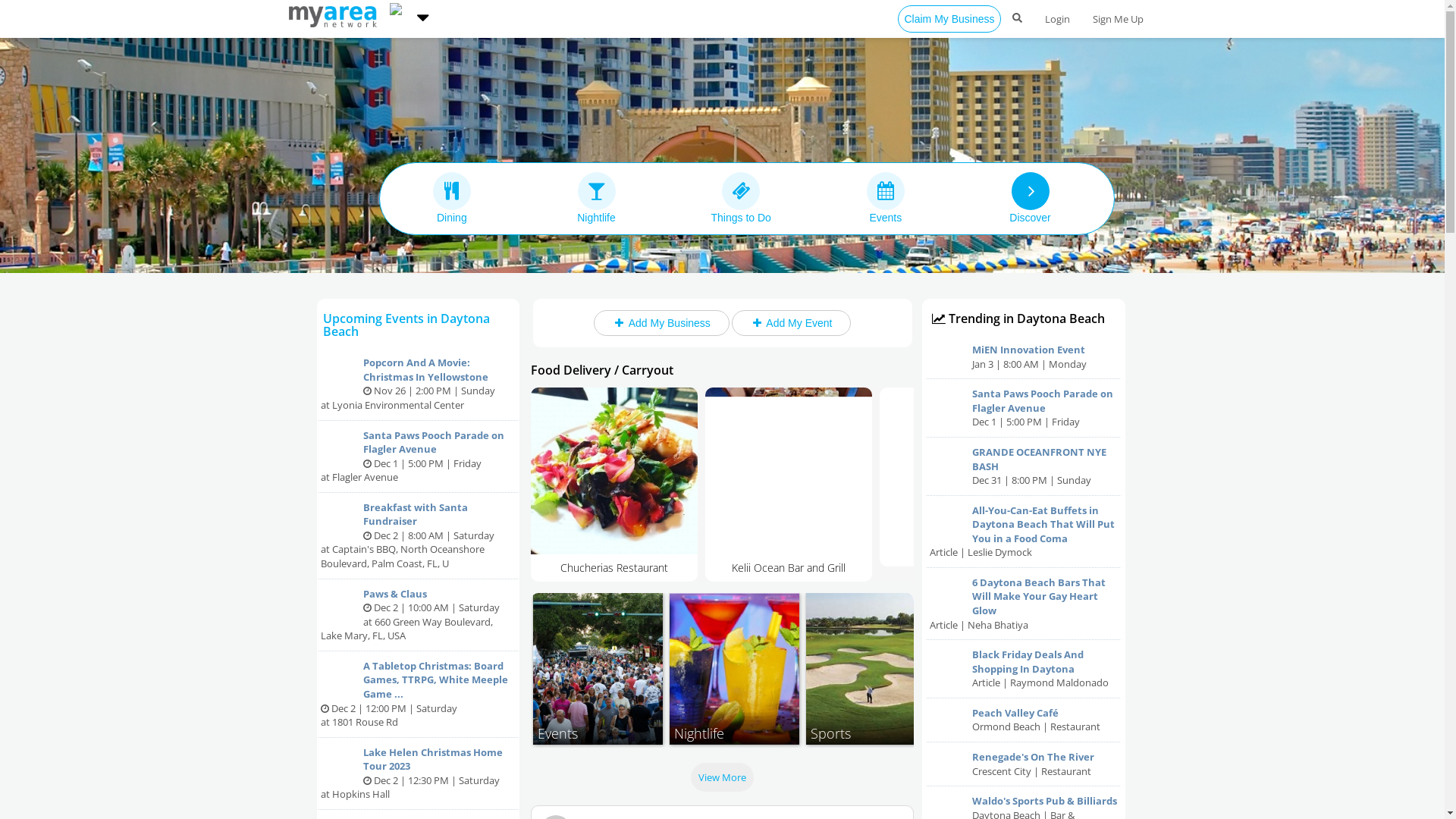 Image resolution: width=1456 pixels, height=819 pixels. I want to click on 'GRANDE OCEANFRONT NYE BASH, so click(1023, 466).